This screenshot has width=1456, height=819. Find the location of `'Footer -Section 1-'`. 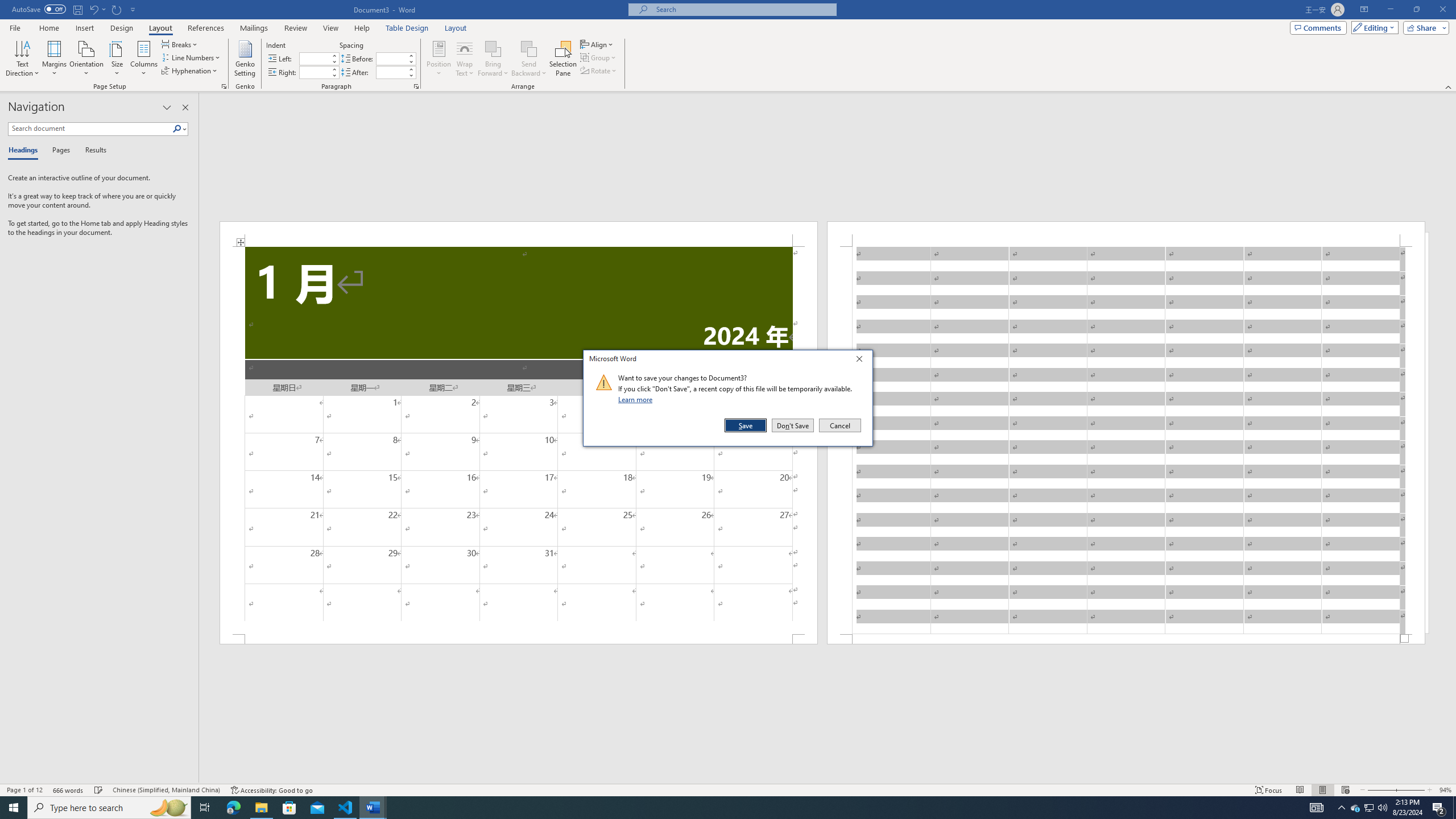

'Footer -Section 1-' is located at coordinates (1126, 638).